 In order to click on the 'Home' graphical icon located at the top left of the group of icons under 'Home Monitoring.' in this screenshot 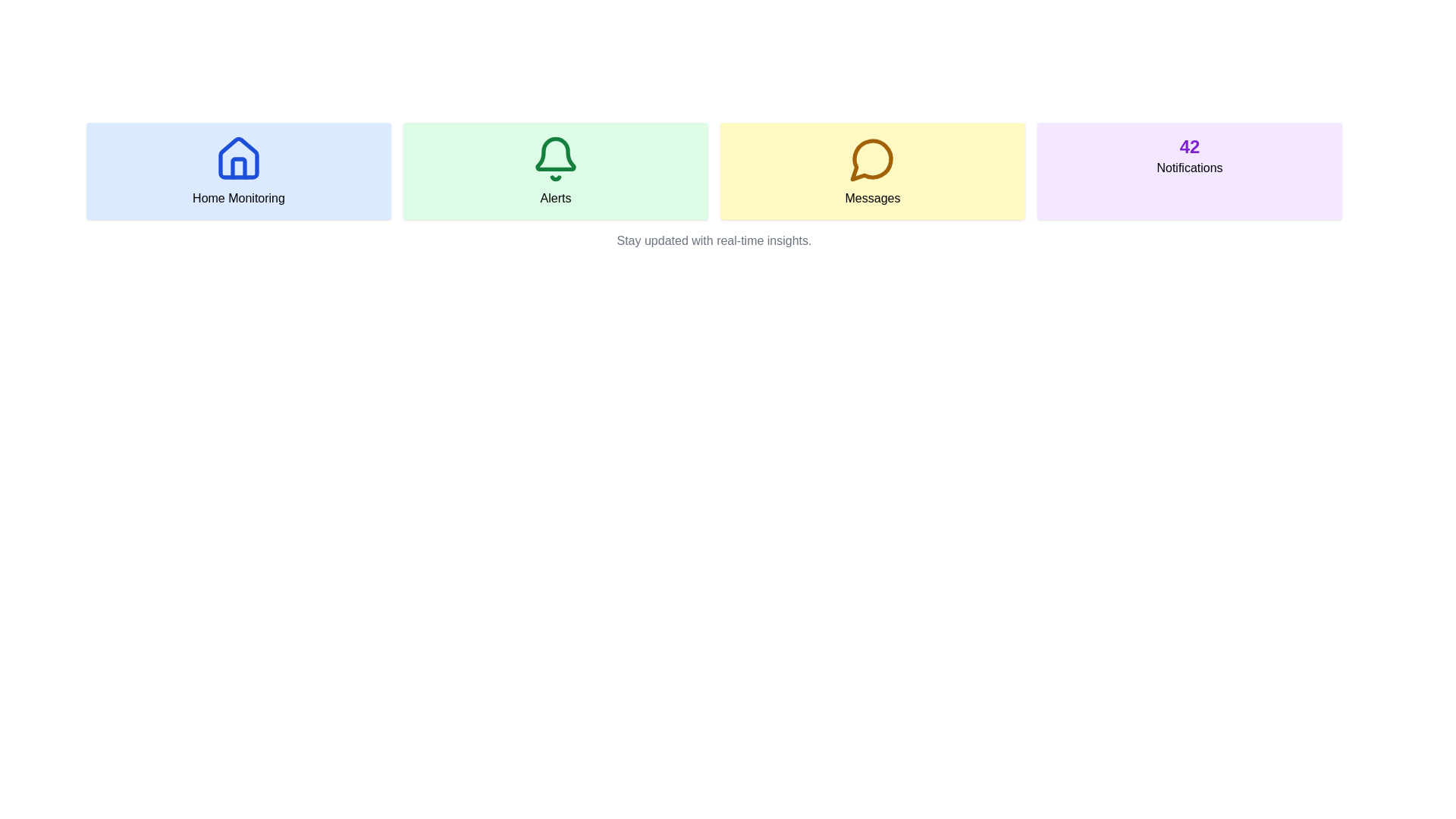, I will do `click(238, 158)`.